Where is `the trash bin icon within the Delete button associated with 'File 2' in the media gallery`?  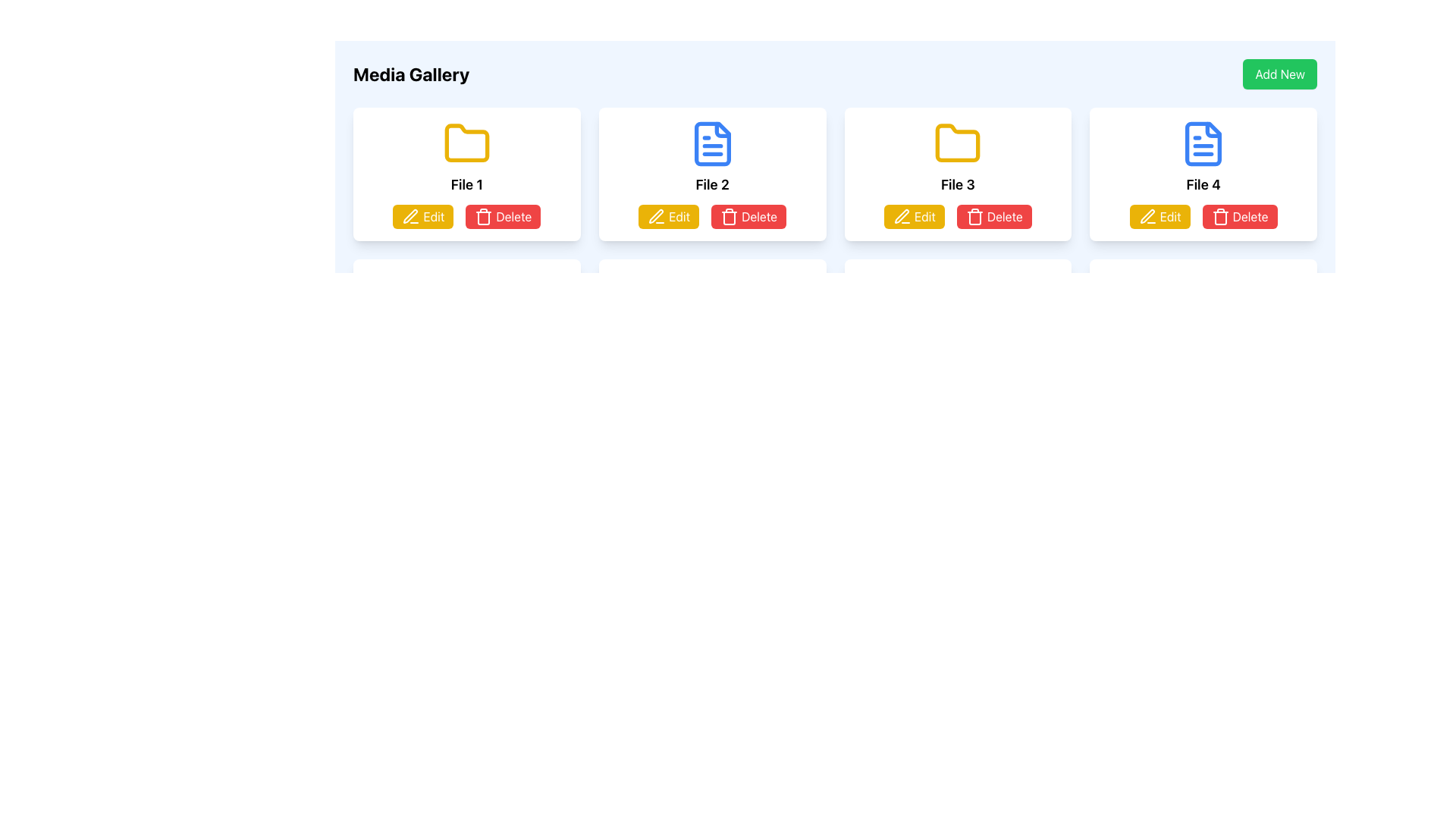 the trash bin icon within the Delete button associated with 'File 2' in the media gallery is located at coordinates (730, 216).